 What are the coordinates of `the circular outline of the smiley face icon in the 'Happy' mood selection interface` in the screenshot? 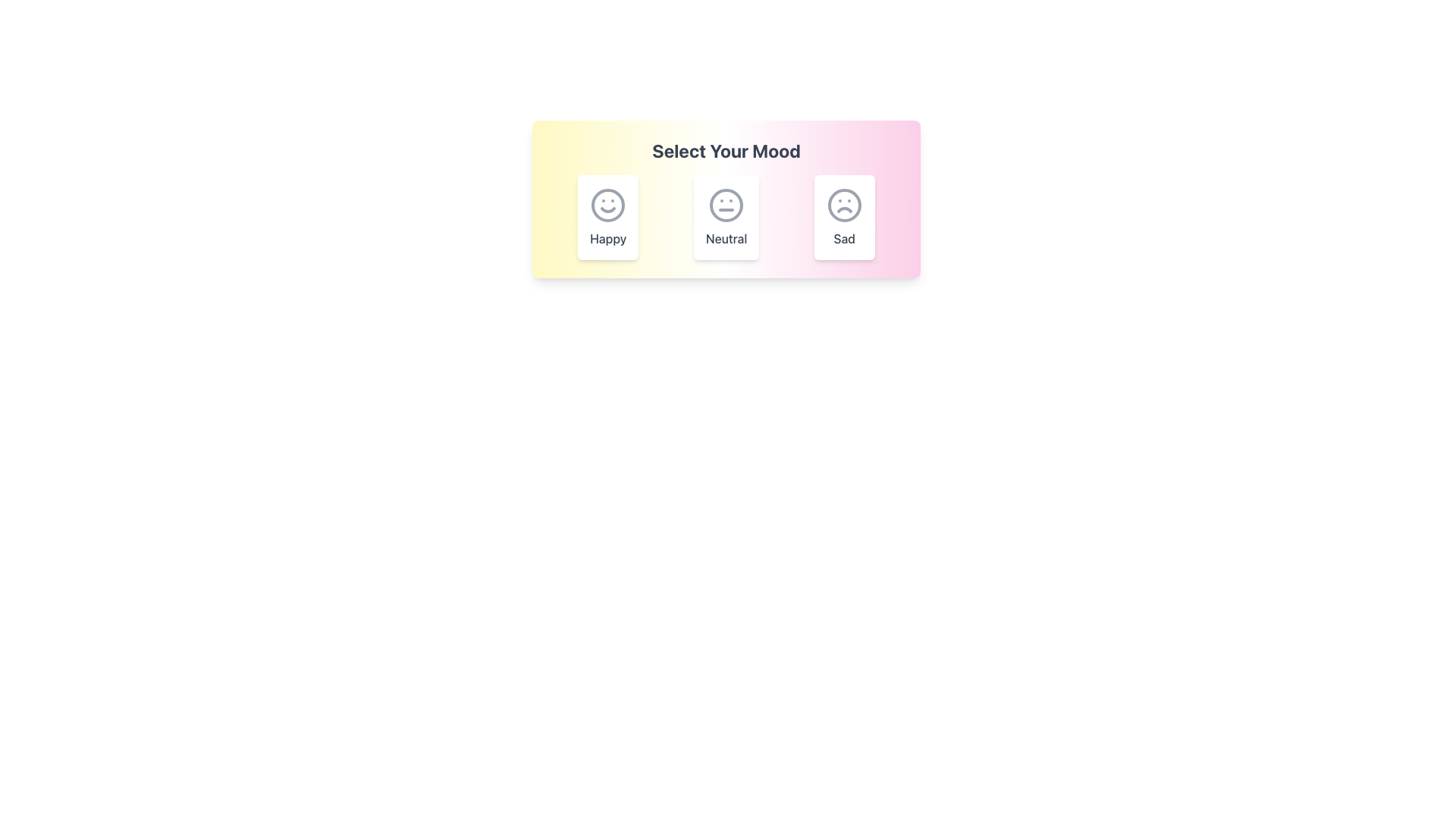 It's located at (608, 205).